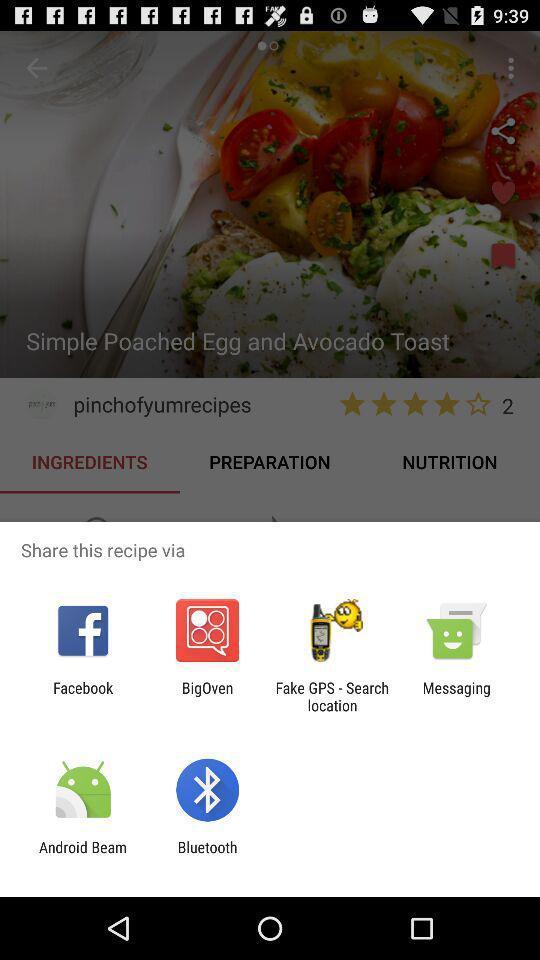 This screenshot has width=540, height=960. Describe the element at coordinates (82, 855) in the screenshot. I see `android beam app` at that location.